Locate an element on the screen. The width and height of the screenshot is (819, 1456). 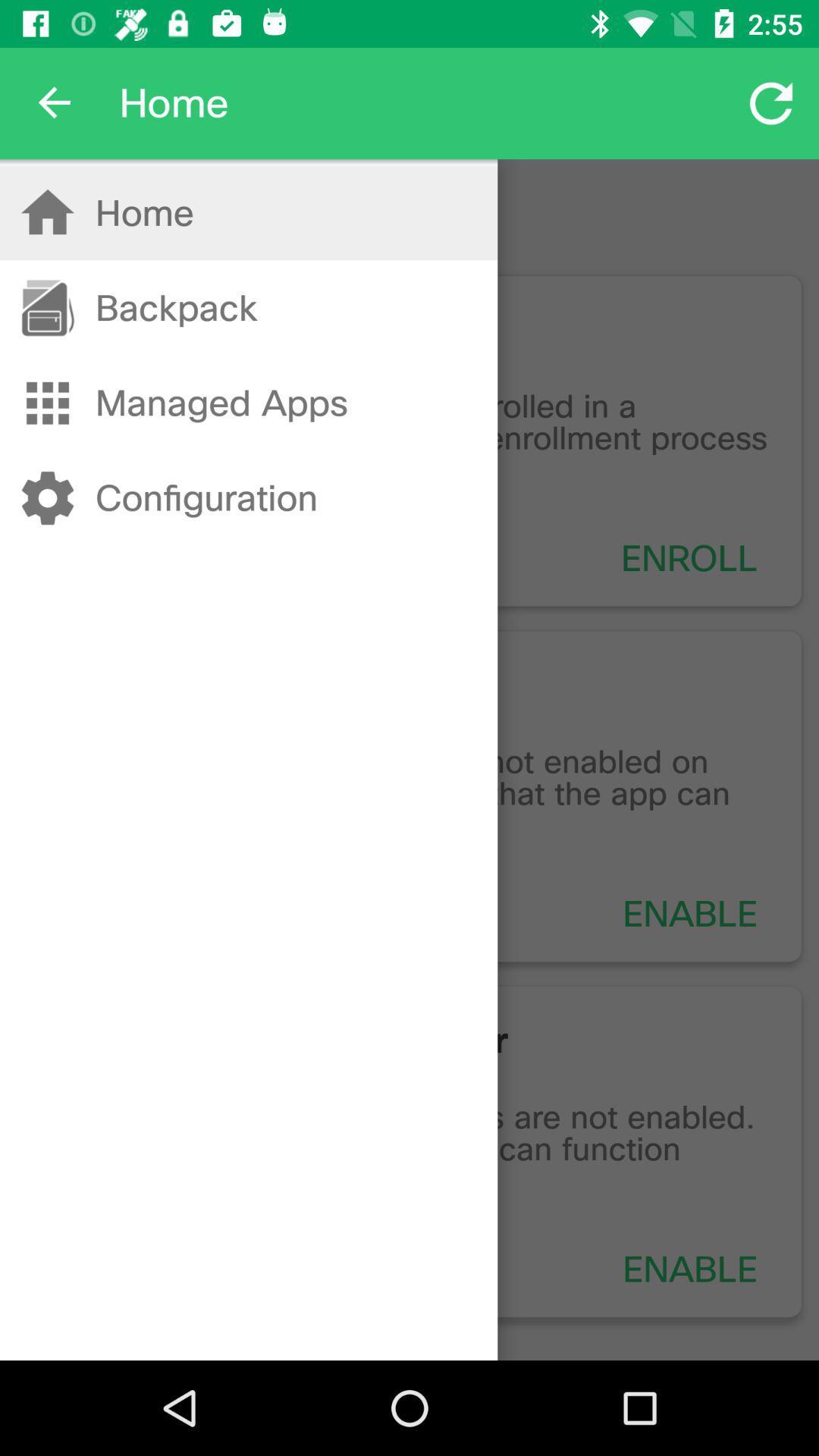
the refresh button which is to the right of text home is located at coordinates (771, 103).